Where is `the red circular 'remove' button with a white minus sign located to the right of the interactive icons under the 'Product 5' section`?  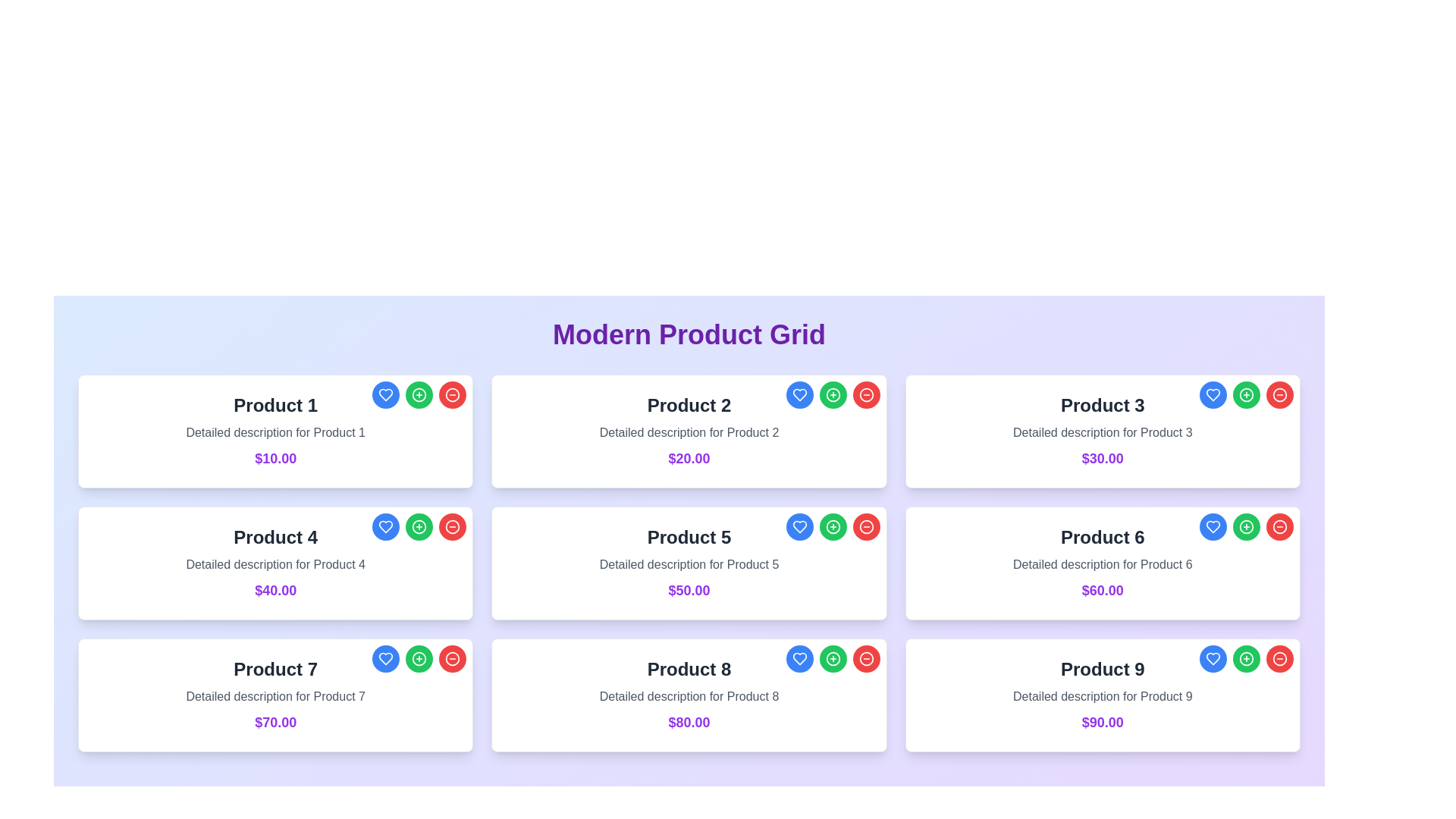 the red circular 'remove' button with a white minus sign located to the right of the interactive icons under the 'Product 5' section is located at coordinates (451, 394).